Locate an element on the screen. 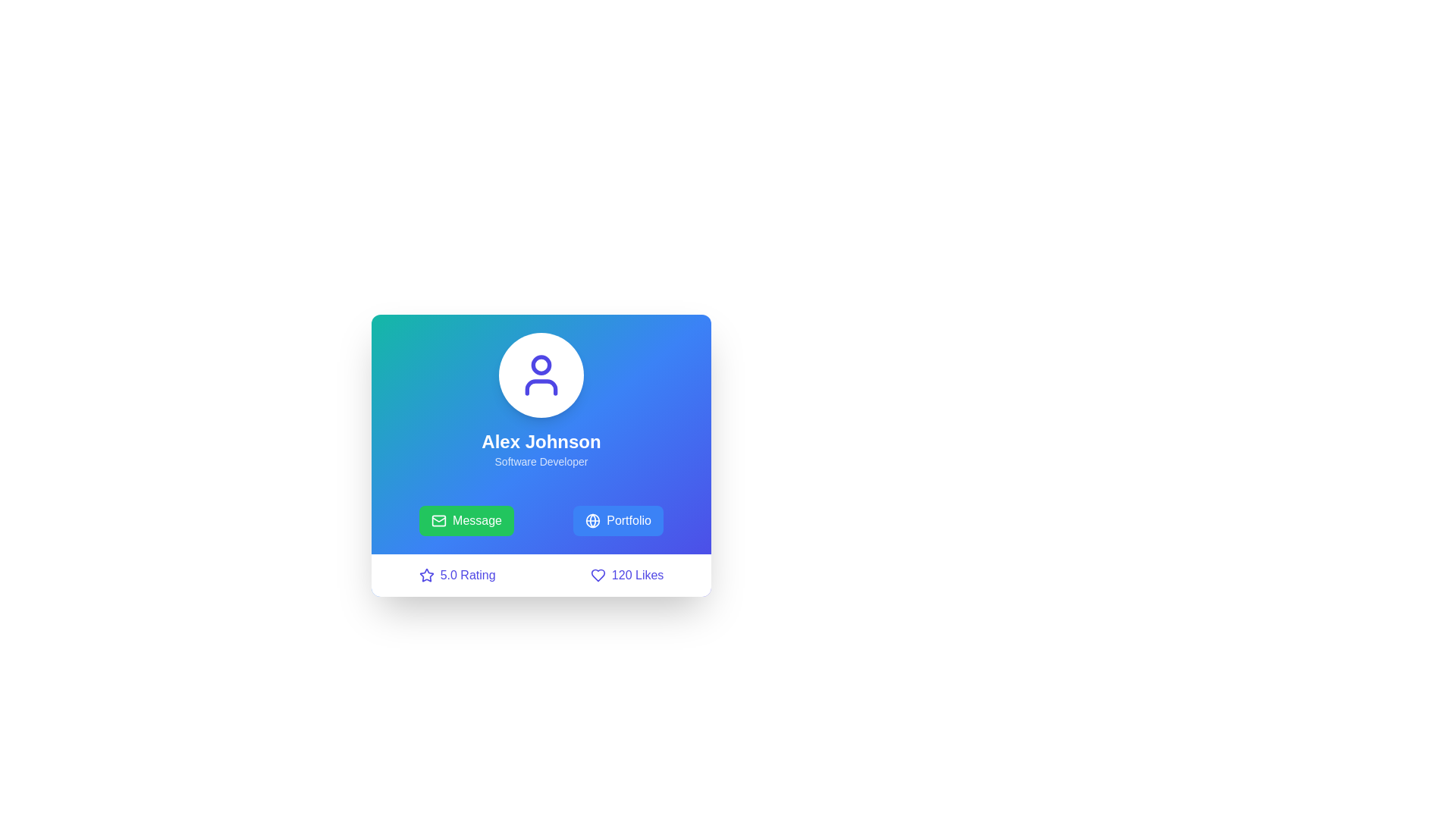 Image resolution: width=1456 pixels, height=819 pixels. the bold circle centered within the globe icon, which is located in the upper-left region of the card displaying the user's name and details is located at coordinates (592, 519).